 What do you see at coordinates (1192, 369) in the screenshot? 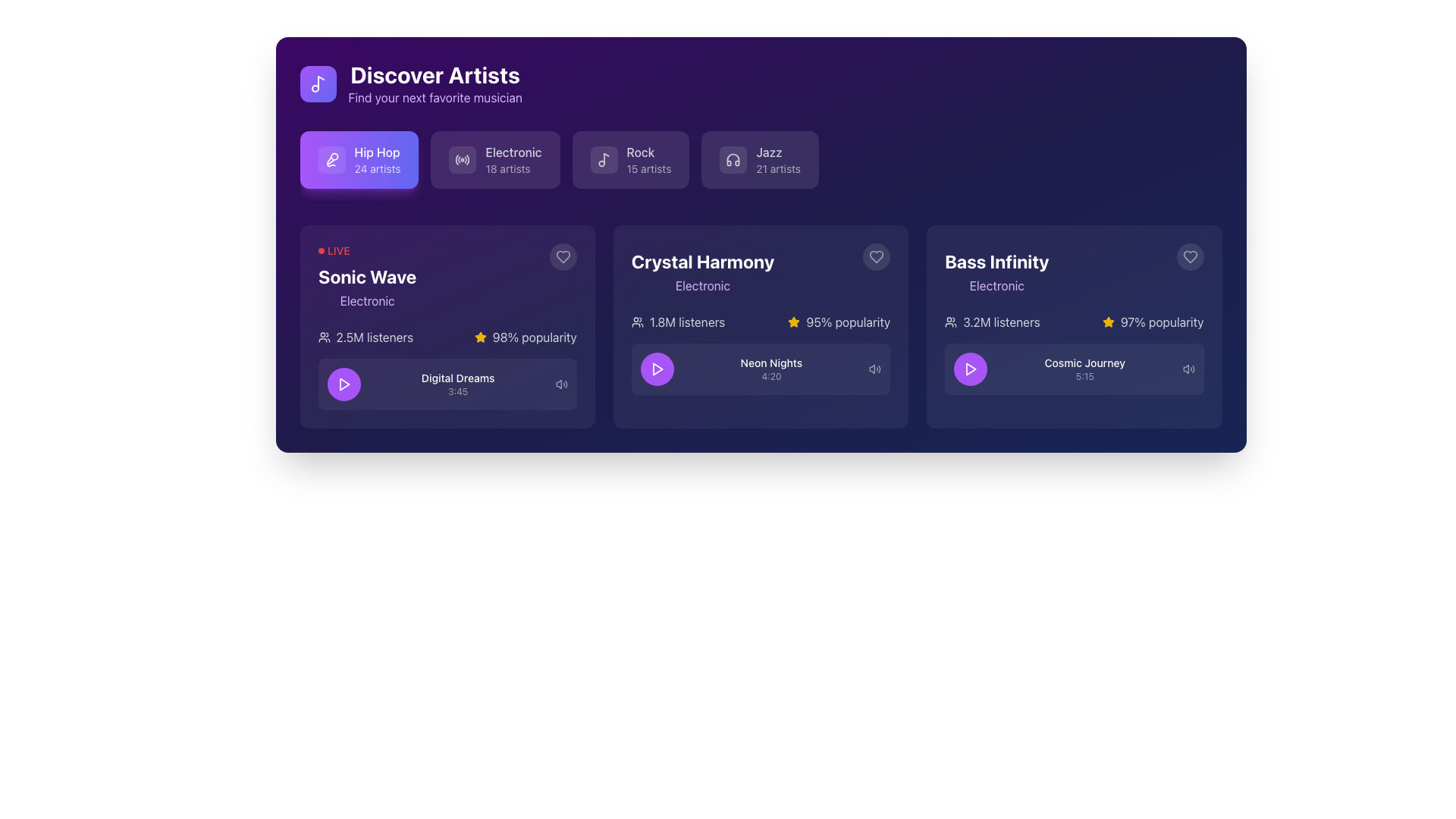
I see `the outermost curved line of the volume control icon representing sound waves, which is the third and furthest outward stroke in the SVG design, located in the bottom-right corner of the 'Bass Infinity' card` at bounding box center [1192, 369].